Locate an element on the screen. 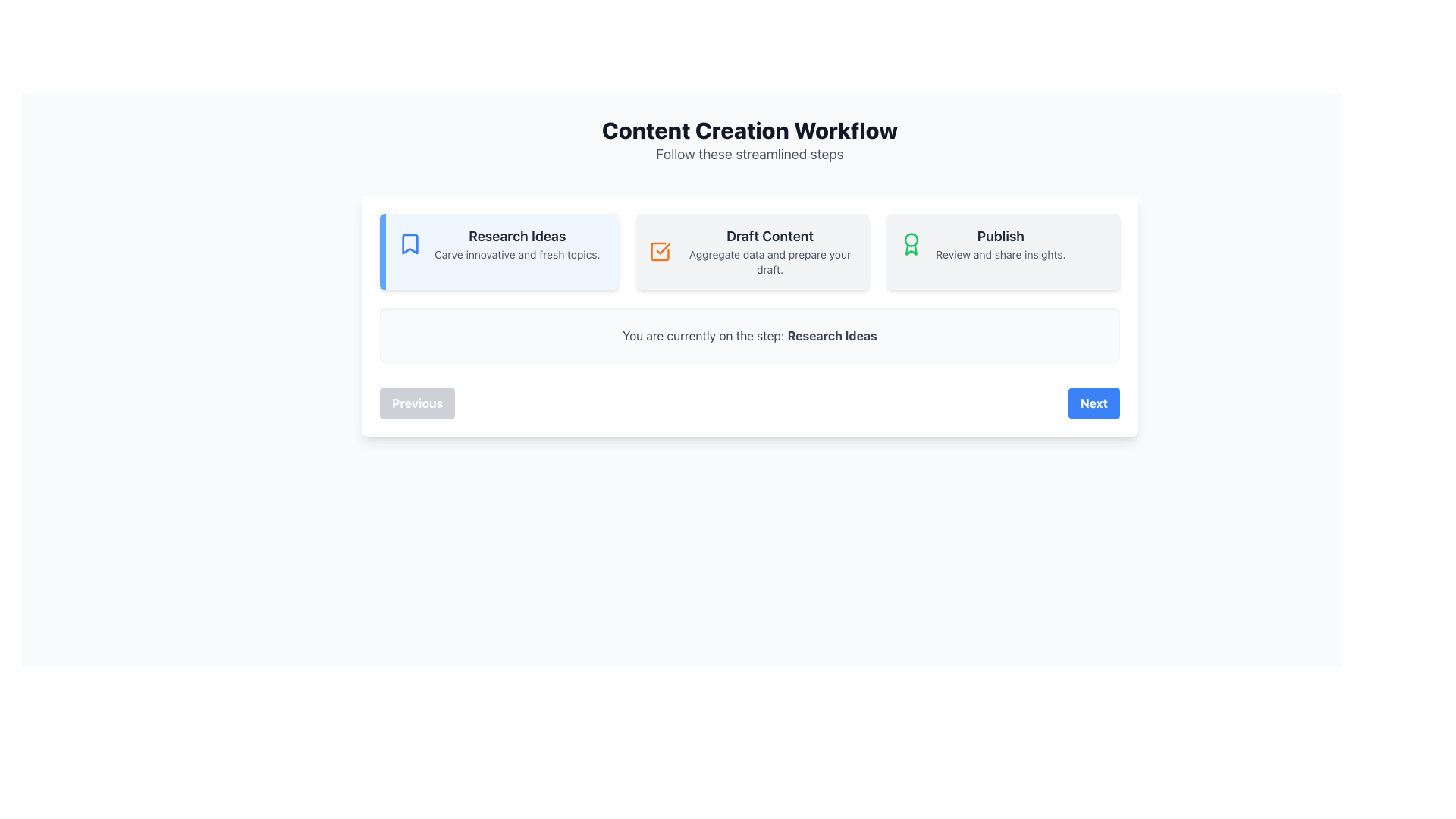 The height and width of the screenshot is (819, 1456). the Informational Label that displays 'Research Ideas' in bold dark gray and 'Carve innovative and fresh topics.' in smaller light gray text, positioned on a white card interface is located at coordinates (517, 243).